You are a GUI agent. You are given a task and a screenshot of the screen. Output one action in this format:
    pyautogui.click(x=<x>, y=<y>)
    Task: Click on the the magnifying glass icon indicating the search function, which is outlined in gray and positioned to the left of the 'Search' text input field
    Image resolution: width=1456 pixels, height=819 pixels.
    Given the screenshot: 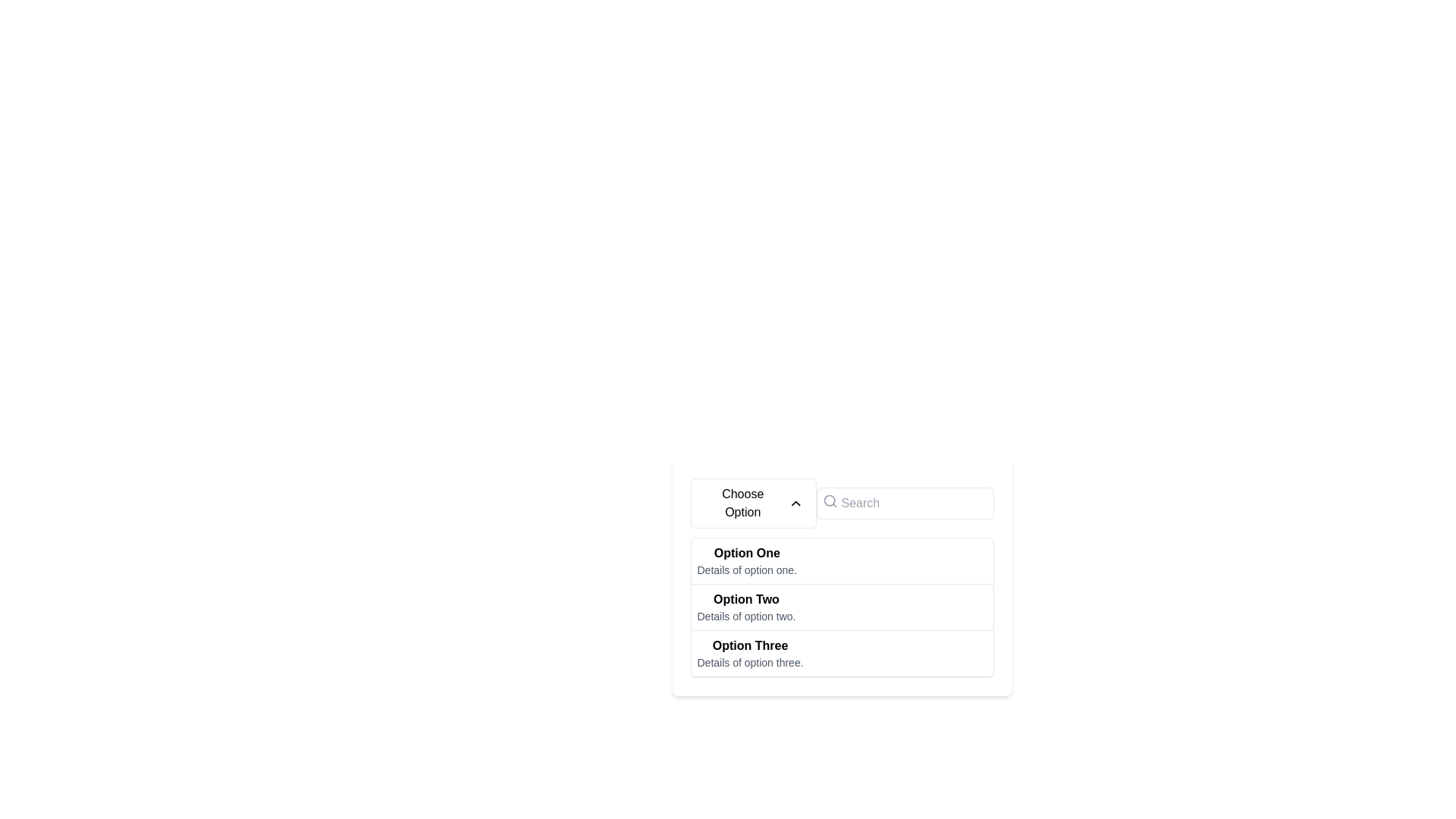 What is the action you would take?
    pyautogui.click(x=829, y=500)
    